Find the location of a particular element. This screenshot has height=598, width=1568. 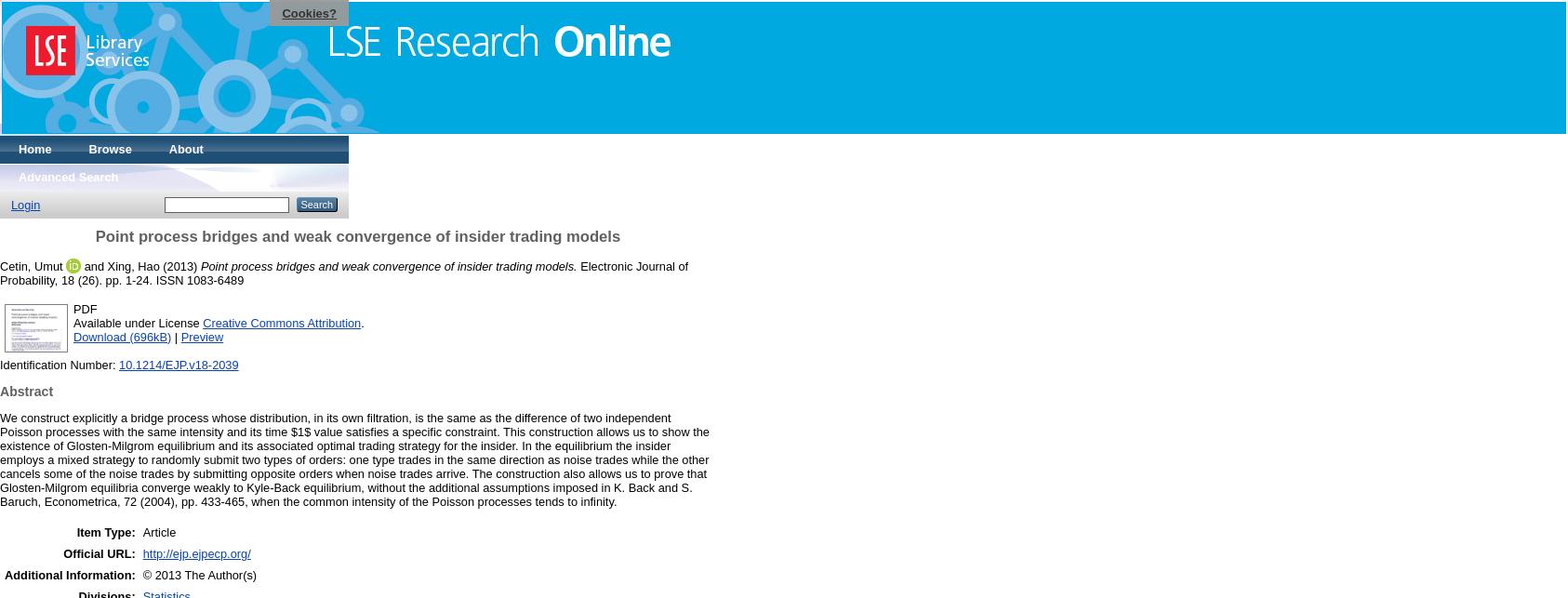

'We construct explicitly a bridge process whose distribution, in its own filtration, is the same as the difference of two independent Poisson processes with the same intensity and its time $1$ value satisfies a specific constraint. This construction allows us to show the existence of Glosten-Milgrom equilibrium and its associated optimal trading strategy for the insider. In the equilibrium the insider employs a mixed strategy to randomly submit two types of orders: one type trades in the same direction as noise trades while the other cancels some of the noise trades by submitting opposite orders when noise trades arrive. The construction also allows us to prove that Glosten-Milgrom equilibria converge weakly to Kyle-Back equilibrium, without the additional assumptions imposed in K. Back and S. Baruch, Econometrica, 72 (2004), pp. 433-465, when the common intensity of the Poisson processes tends to infinity.' is located at coordinates (0, 458).